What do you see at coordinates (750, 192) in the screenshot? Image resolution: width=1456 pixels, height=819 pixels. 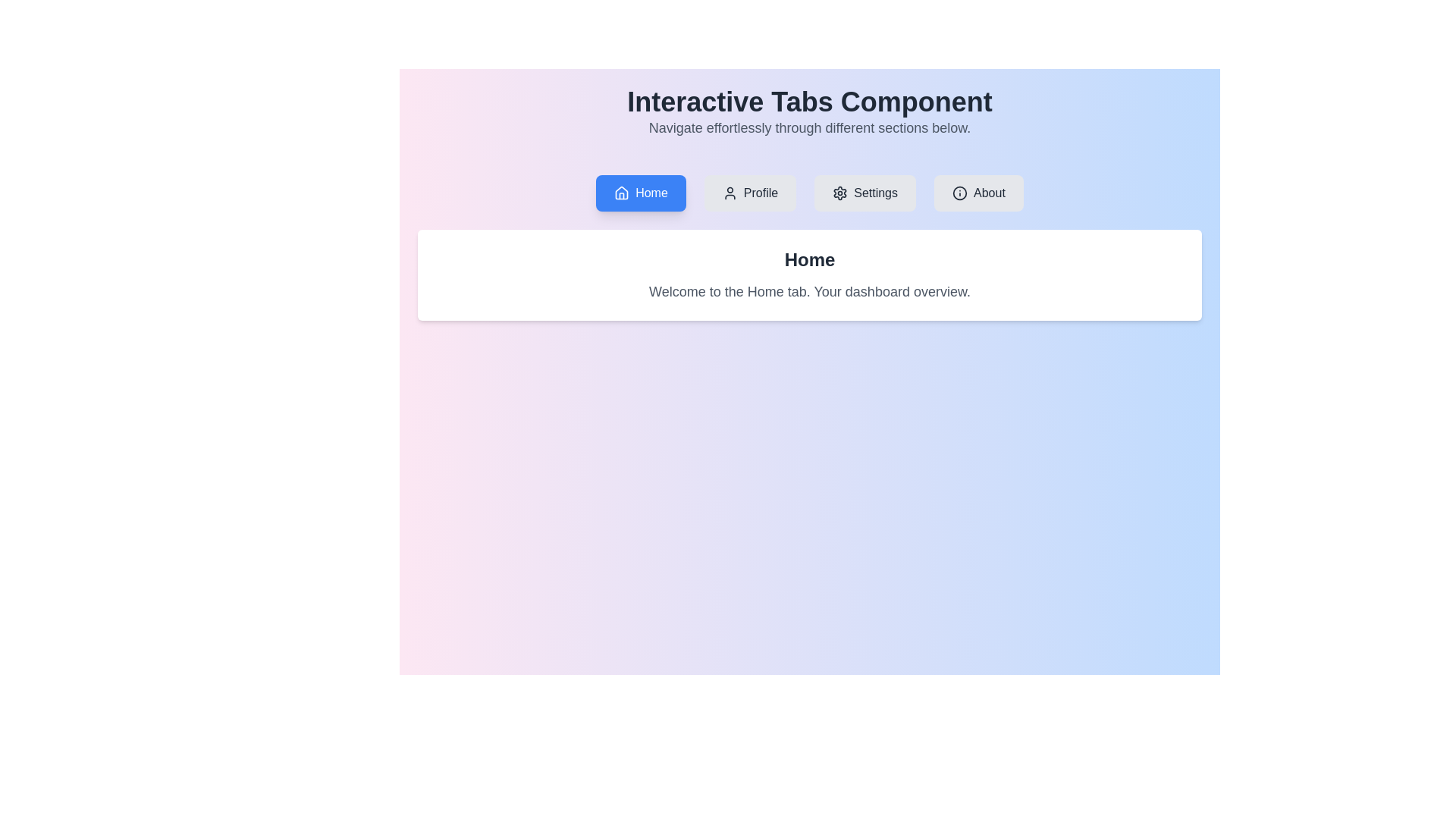 I see `the Profile tab by clicking the corresponding tab button` at bounding box center [750, 192].